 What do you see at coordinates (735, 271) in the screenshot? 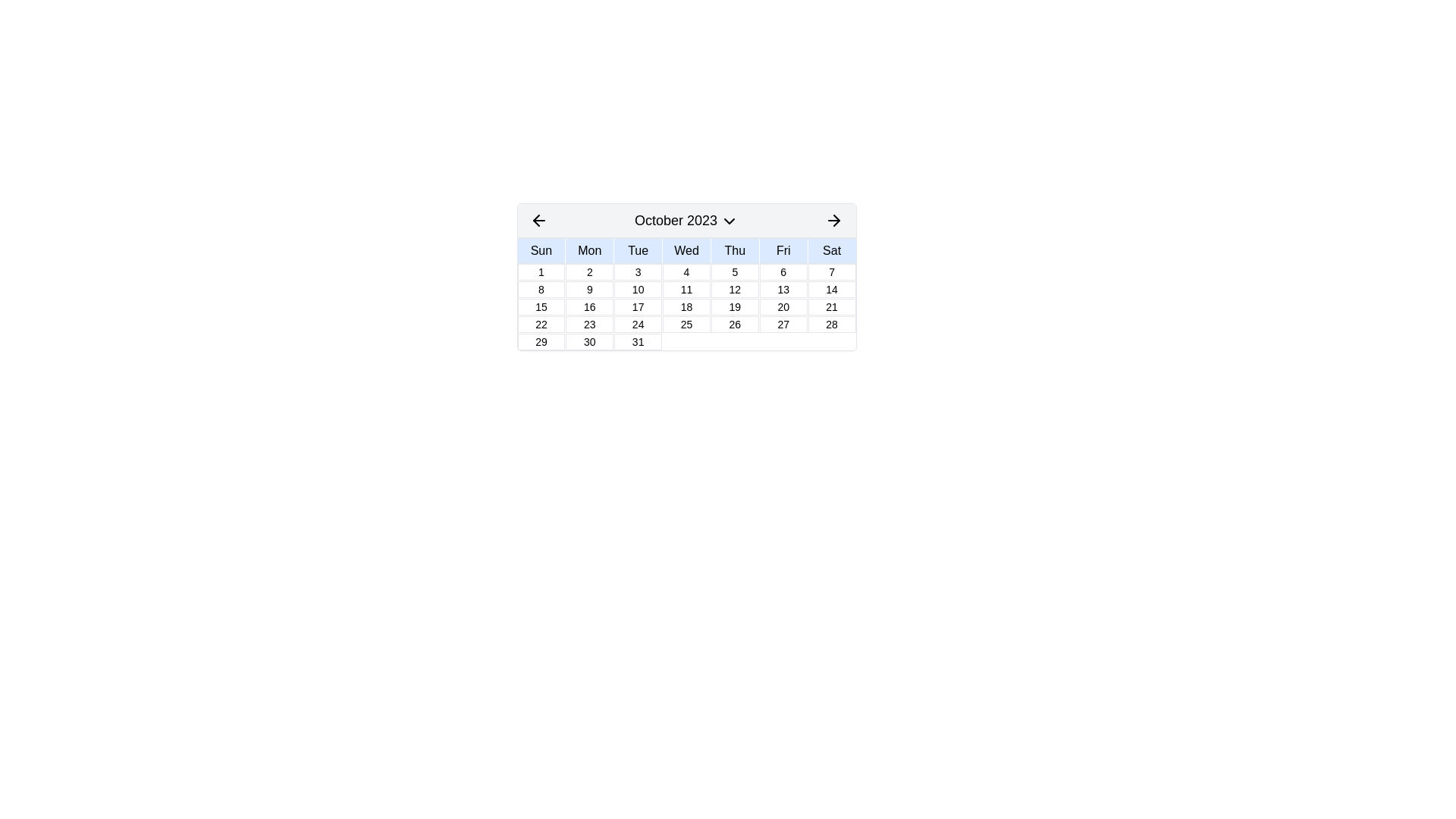
I see `the Calendar Day Cell element that contains the number '5', which is located in the first row under the 'Thu' header` at bounding box center [735, 271].